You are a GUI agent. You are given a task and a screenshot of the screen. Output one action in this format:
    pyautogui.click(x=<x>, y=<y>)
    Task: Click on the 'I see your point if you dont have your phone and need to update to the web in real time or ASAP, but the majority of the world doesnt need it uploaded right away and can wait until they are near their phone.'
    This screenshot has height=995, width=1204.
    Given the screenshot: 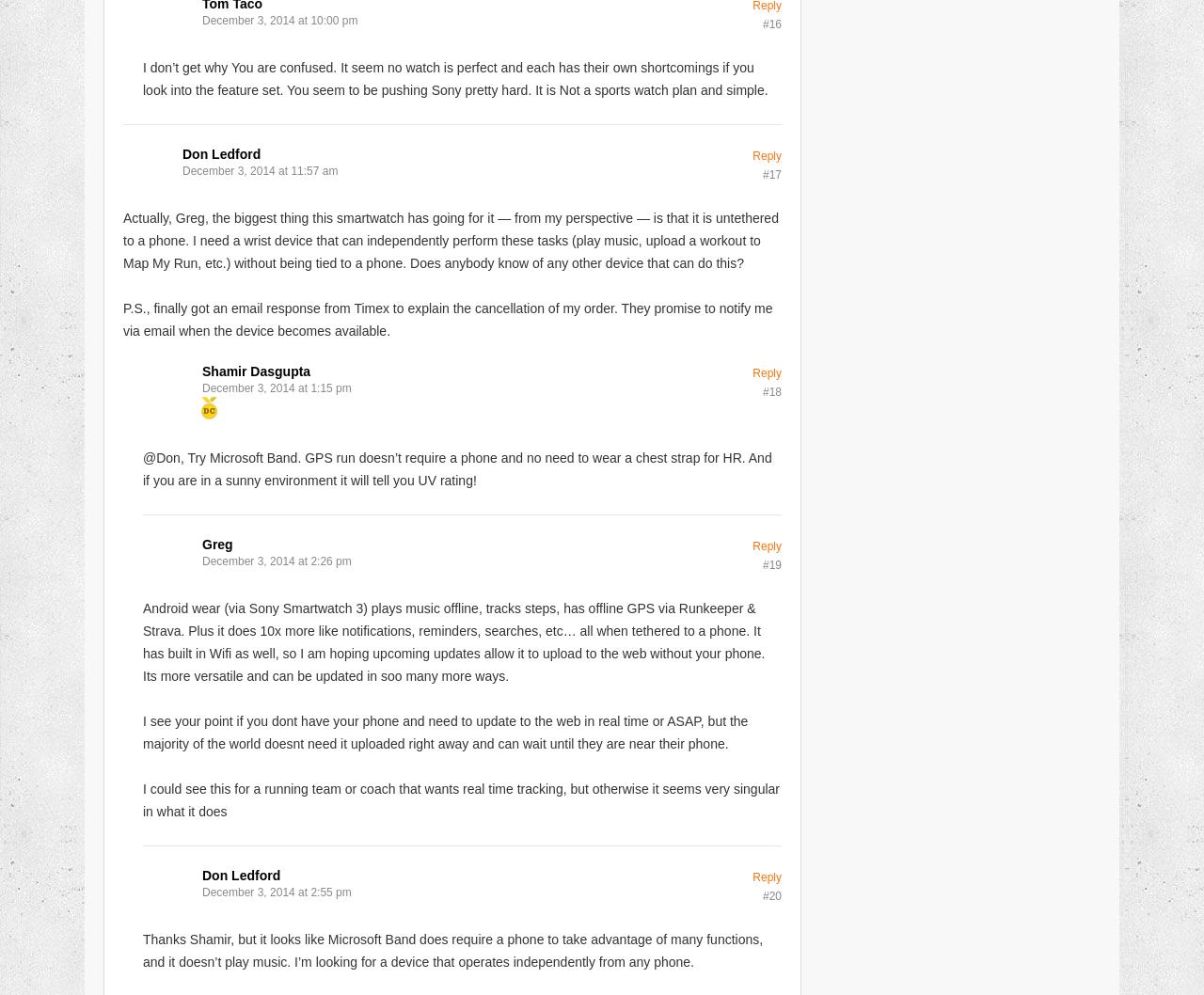 What is the action you would take?
    pyautogui.click(x=444, y=731)
    